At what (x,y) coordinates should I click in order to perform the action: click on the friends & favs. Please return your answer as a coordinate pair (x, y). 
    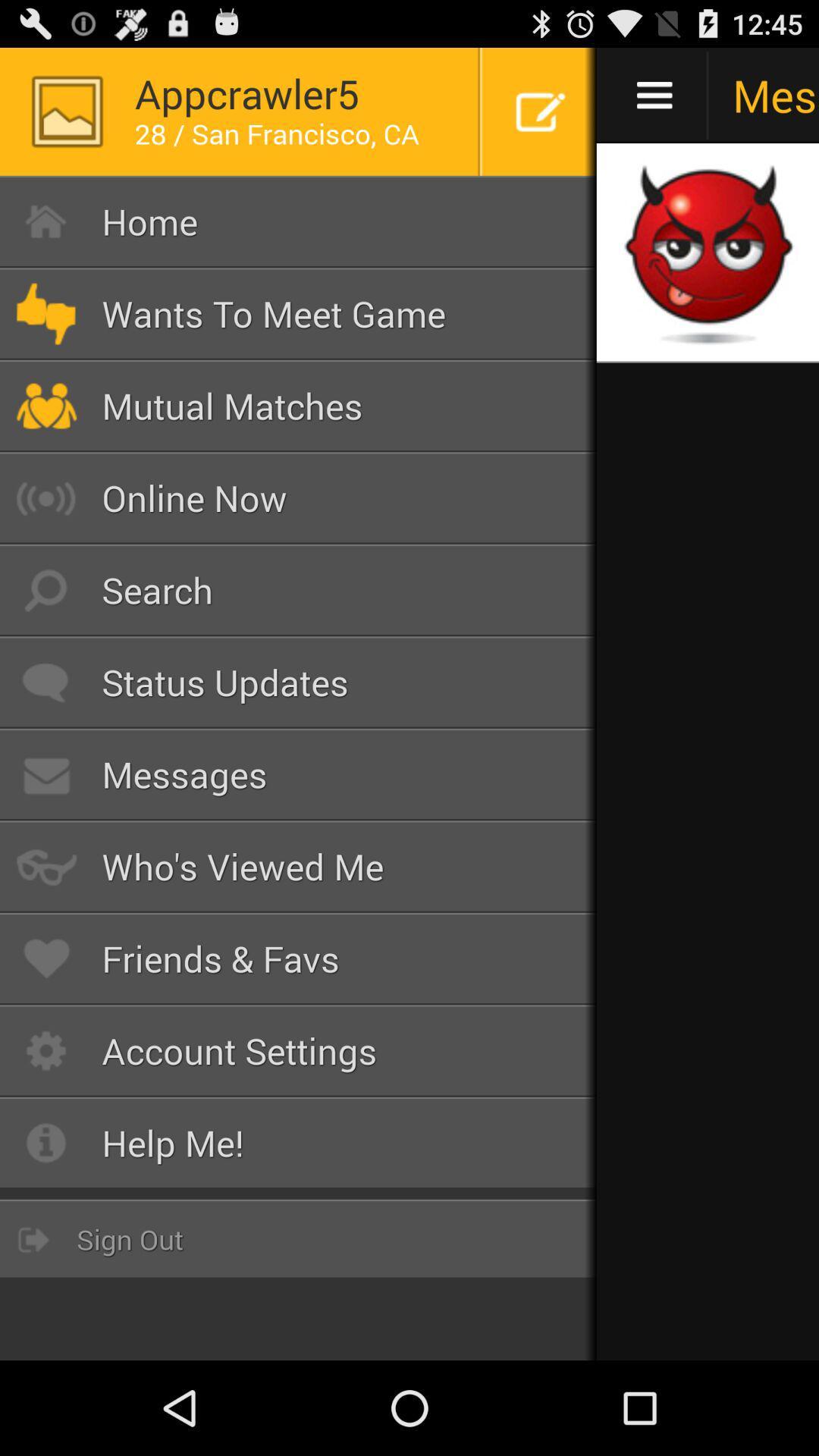
    Looking at the image, I should click on (298, 958).